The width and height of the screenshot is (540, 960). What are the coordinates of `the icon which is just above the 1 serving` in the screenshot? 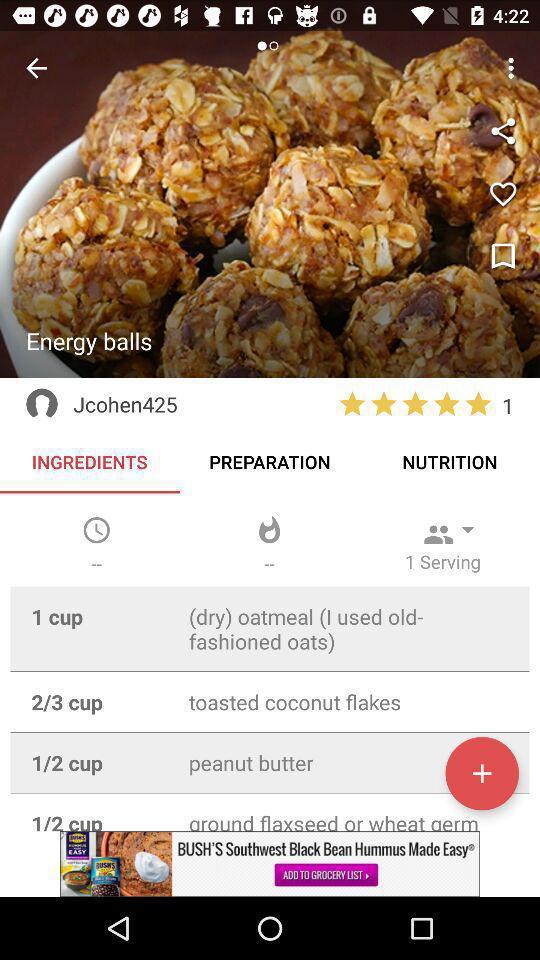 It's located at (438, 534).